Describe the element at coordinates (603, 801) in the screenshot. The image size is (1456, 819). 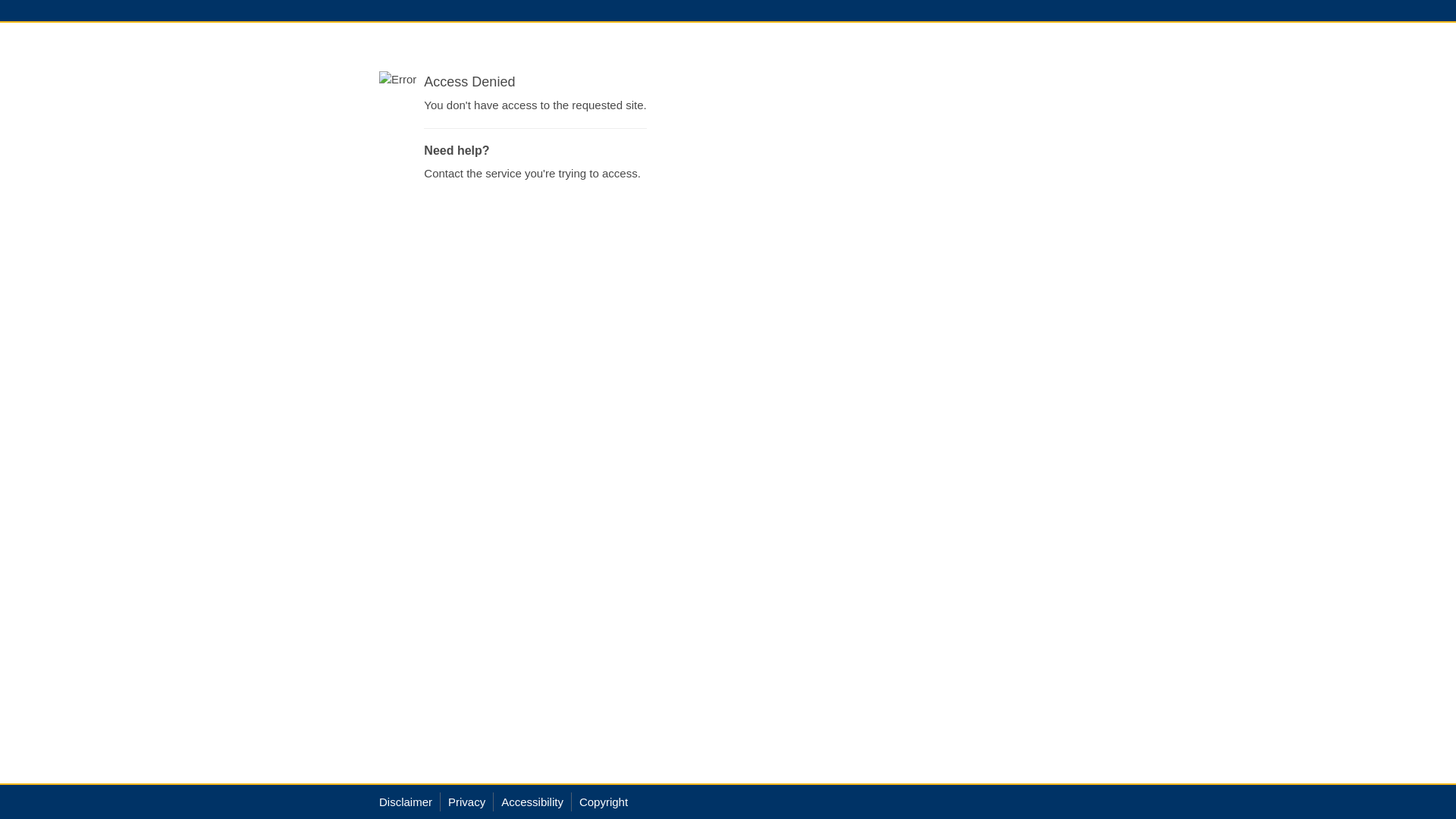
I see `'Copyright'` at that location.